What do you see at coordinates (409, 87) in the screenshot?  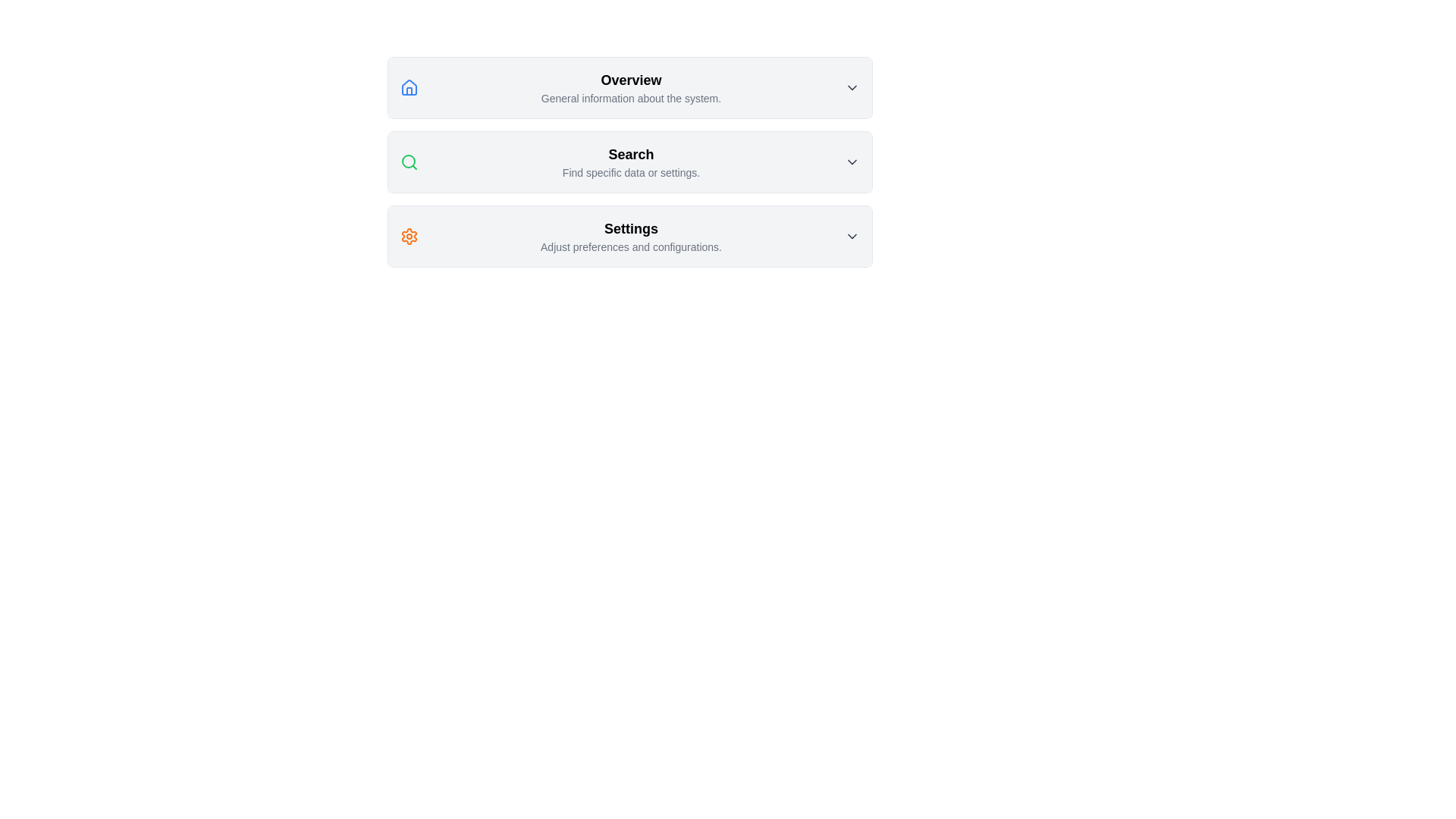 I see `the stylized house icon with a blue outline located adjacent to the 'Overview' text in the top-left corner of the interface` at bounding box center [409, 87].